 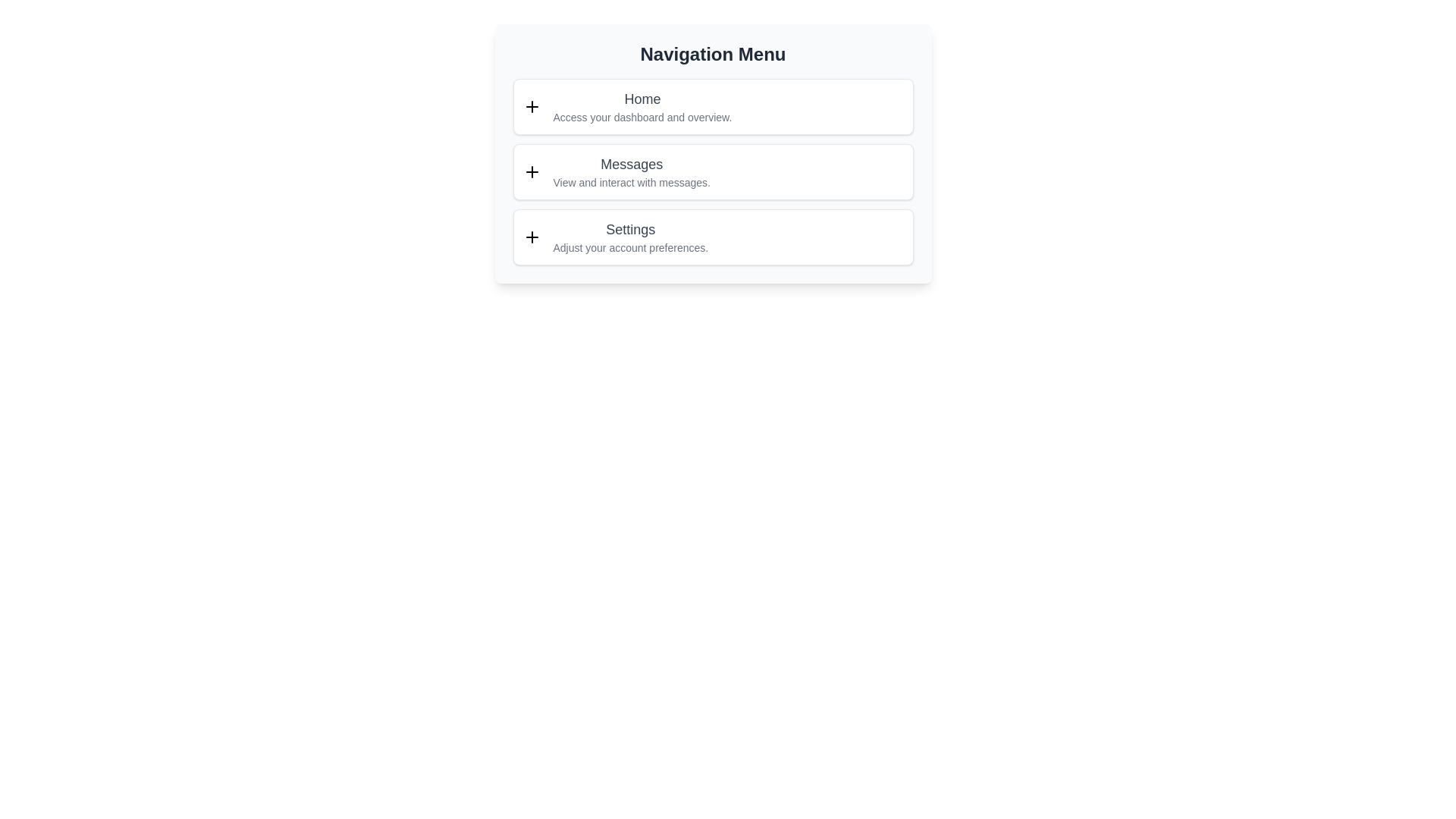 What do you see at coordinates (630, 237) in the screenshot?
I see `the third list item in the account settings section` at bounding box center [630, 237].